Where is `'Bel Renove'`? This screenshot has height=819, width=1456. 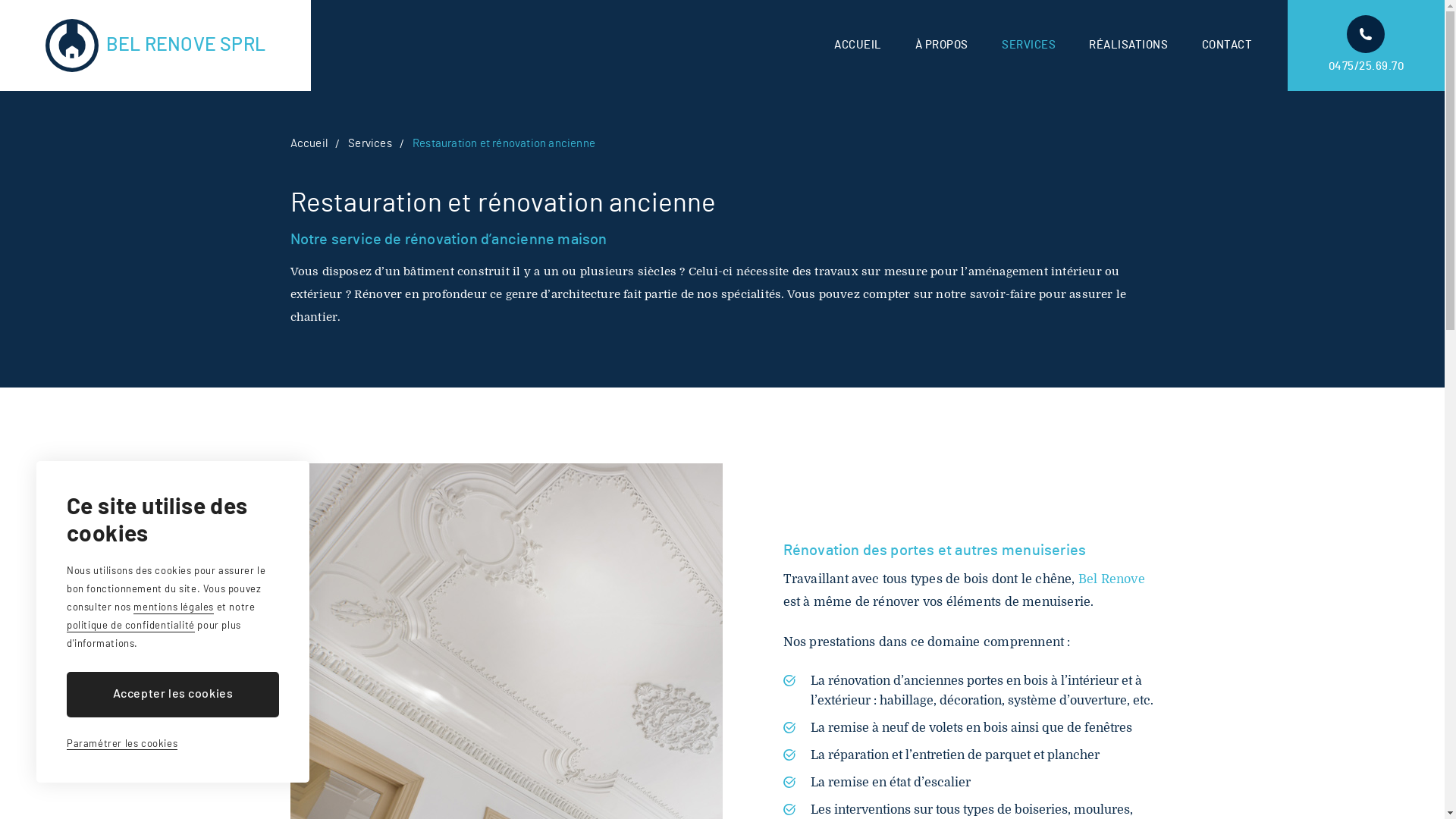
'Bel Renove' is located at coordinates (1111, 579).